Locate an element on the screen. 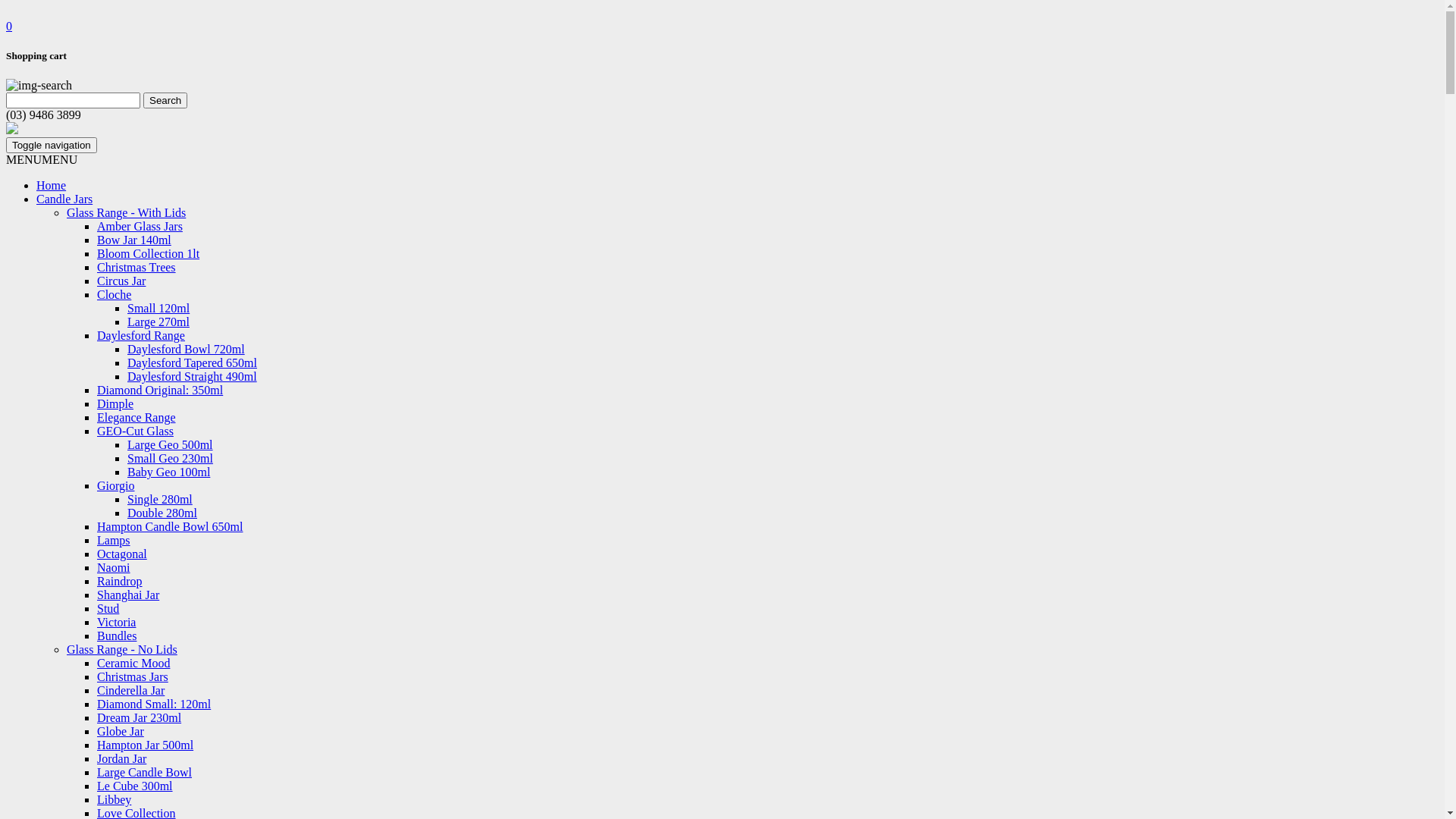 This screenshot has width=1456, height=819. 'Globe Jar' is located at coordinates (119, 730).